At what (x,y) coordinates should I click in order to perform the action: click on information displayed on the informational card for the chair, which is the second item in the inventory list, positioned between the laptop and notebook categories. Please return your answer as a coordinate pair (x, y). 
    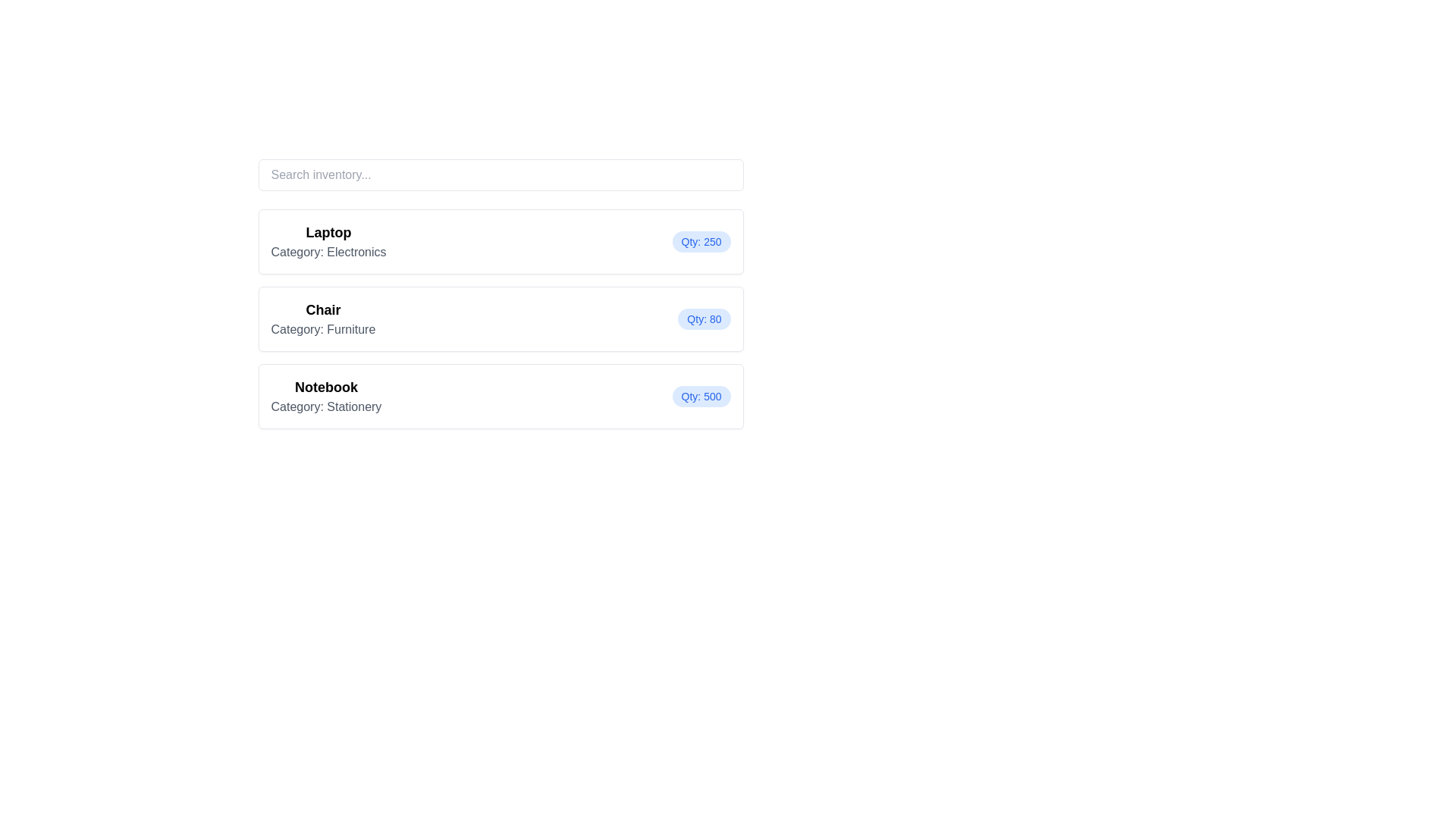
    Looking at the image, I should click on (500, 318).